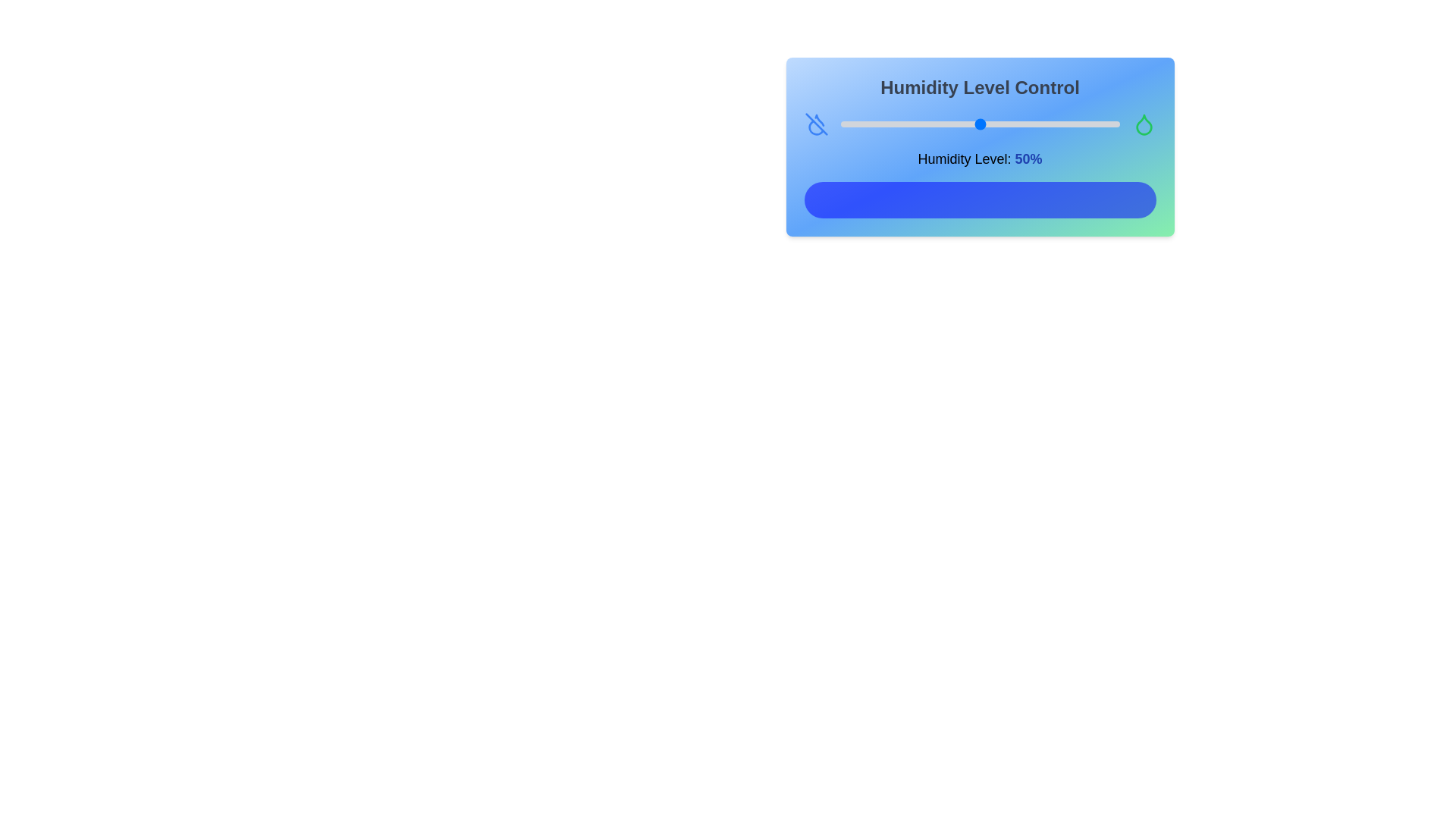 The image size is (1456, 819). What do you see at coordinates (848, 124) in the screenshot?
I see `the humidity level to 3% using the slider` at bounding box center [848, 124].